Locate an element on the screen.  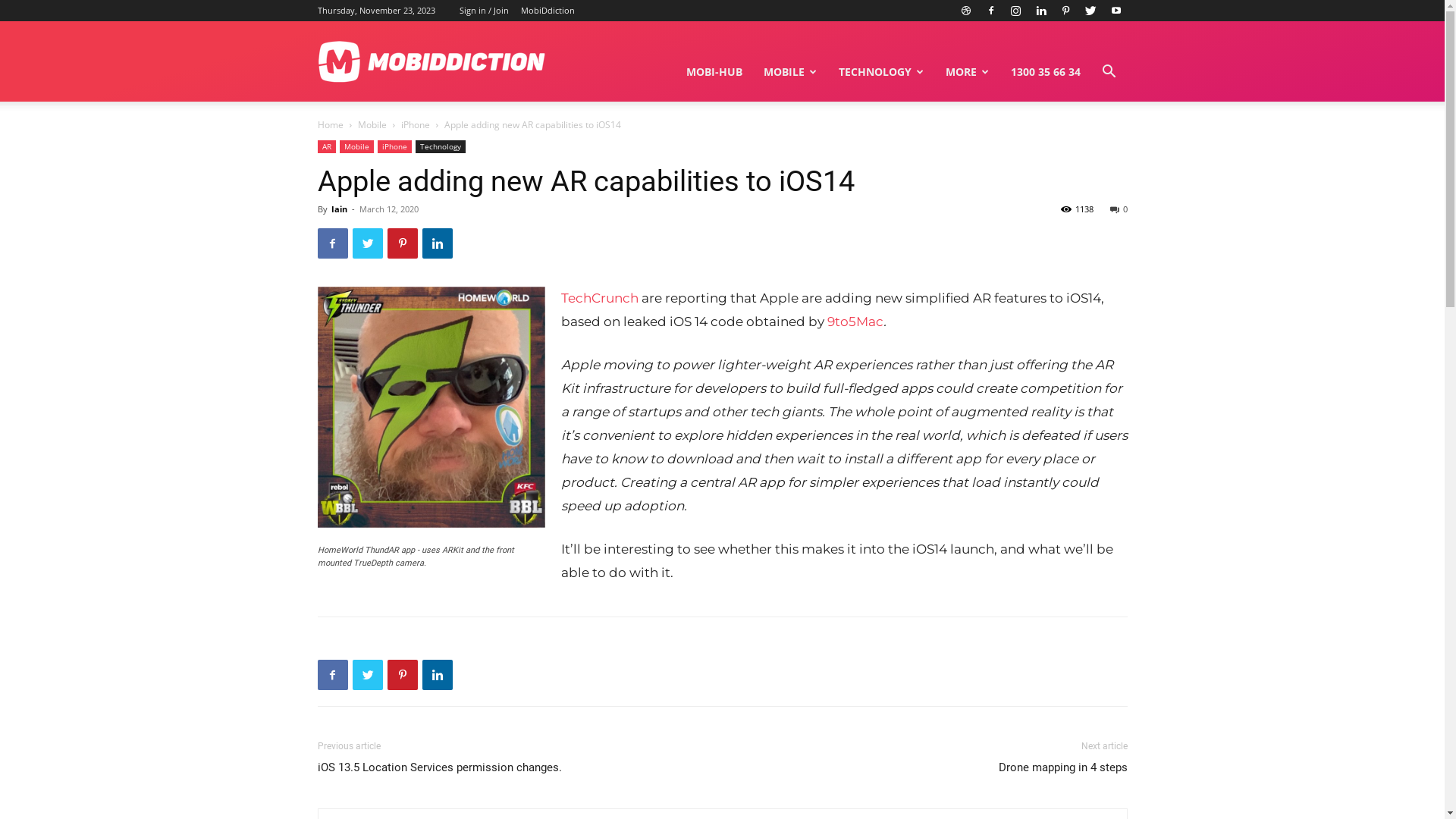
'Twitter' is located at coordinates (367, 674).